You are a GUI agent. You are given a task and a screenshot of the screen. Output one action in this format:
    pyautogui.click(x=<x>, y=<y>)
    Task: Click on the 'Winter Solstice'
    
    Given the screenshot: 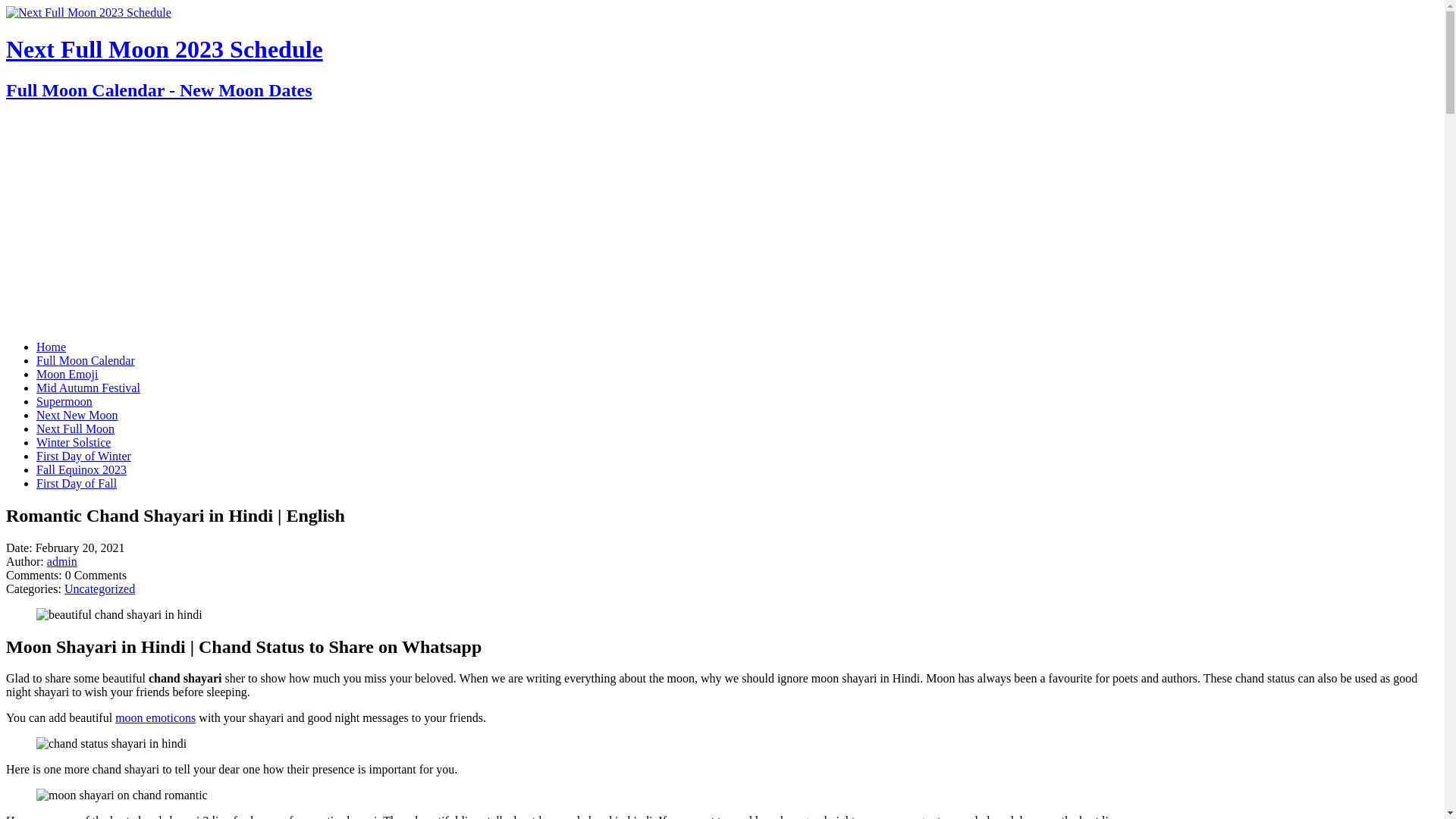 What is the action you would take?
    pyautogui.click(x=72, y=442)
    